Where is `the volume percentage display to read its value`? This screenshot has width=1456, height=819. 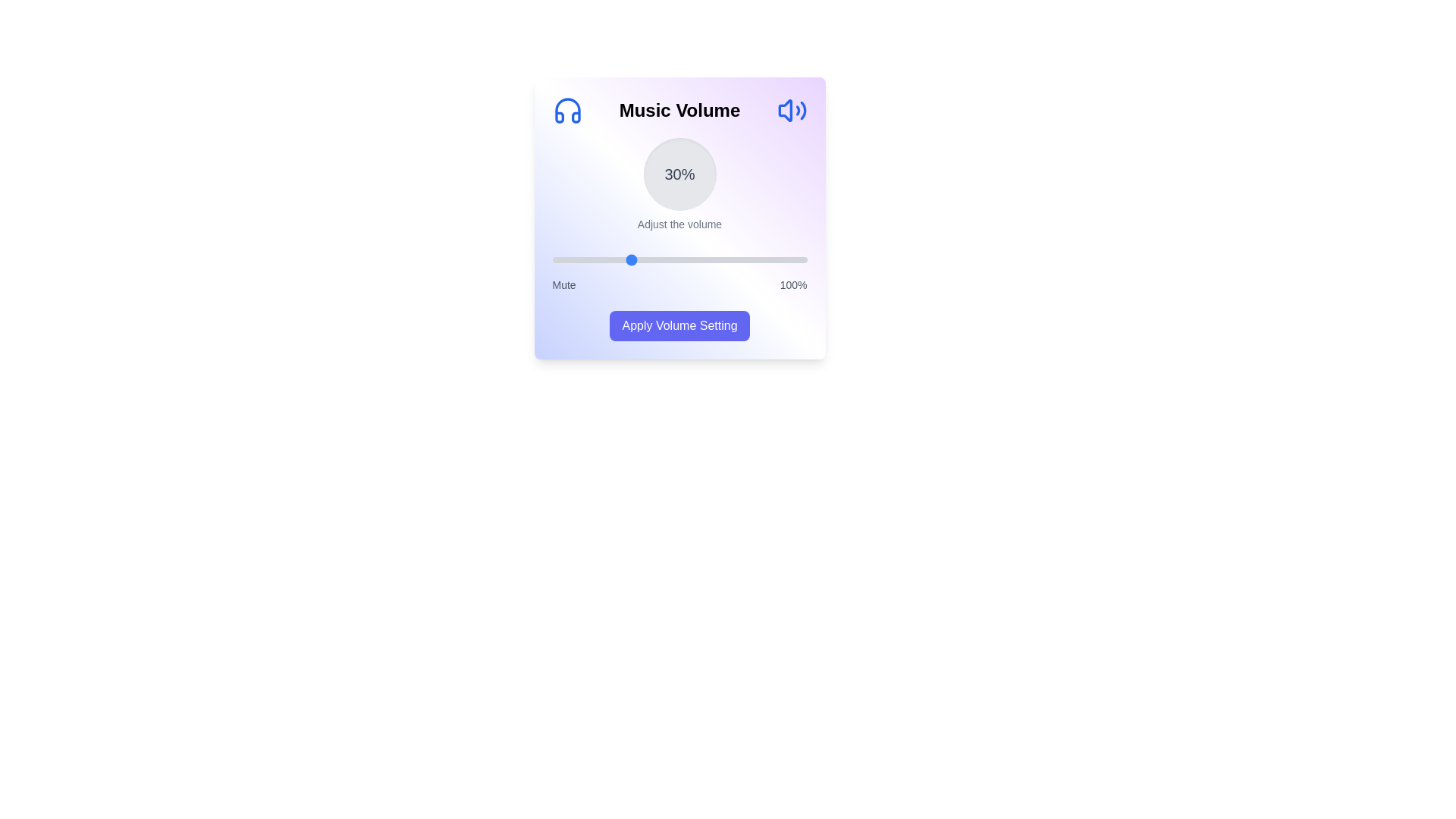
the volume percentage display to read its value is located at coordinates (679, 174).